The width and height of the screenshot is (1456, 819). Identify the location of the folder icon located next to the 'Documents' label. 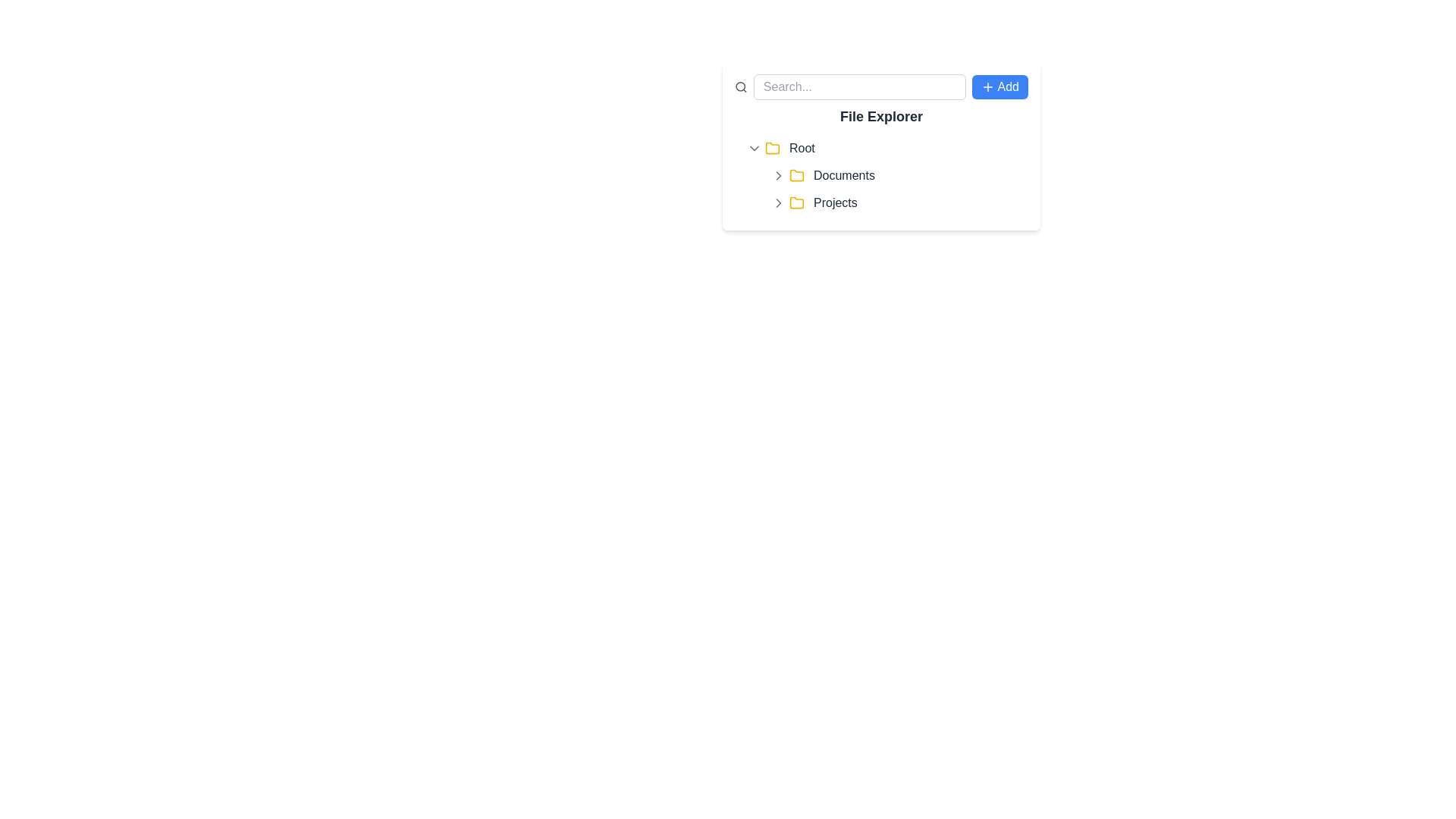
(796, 174).